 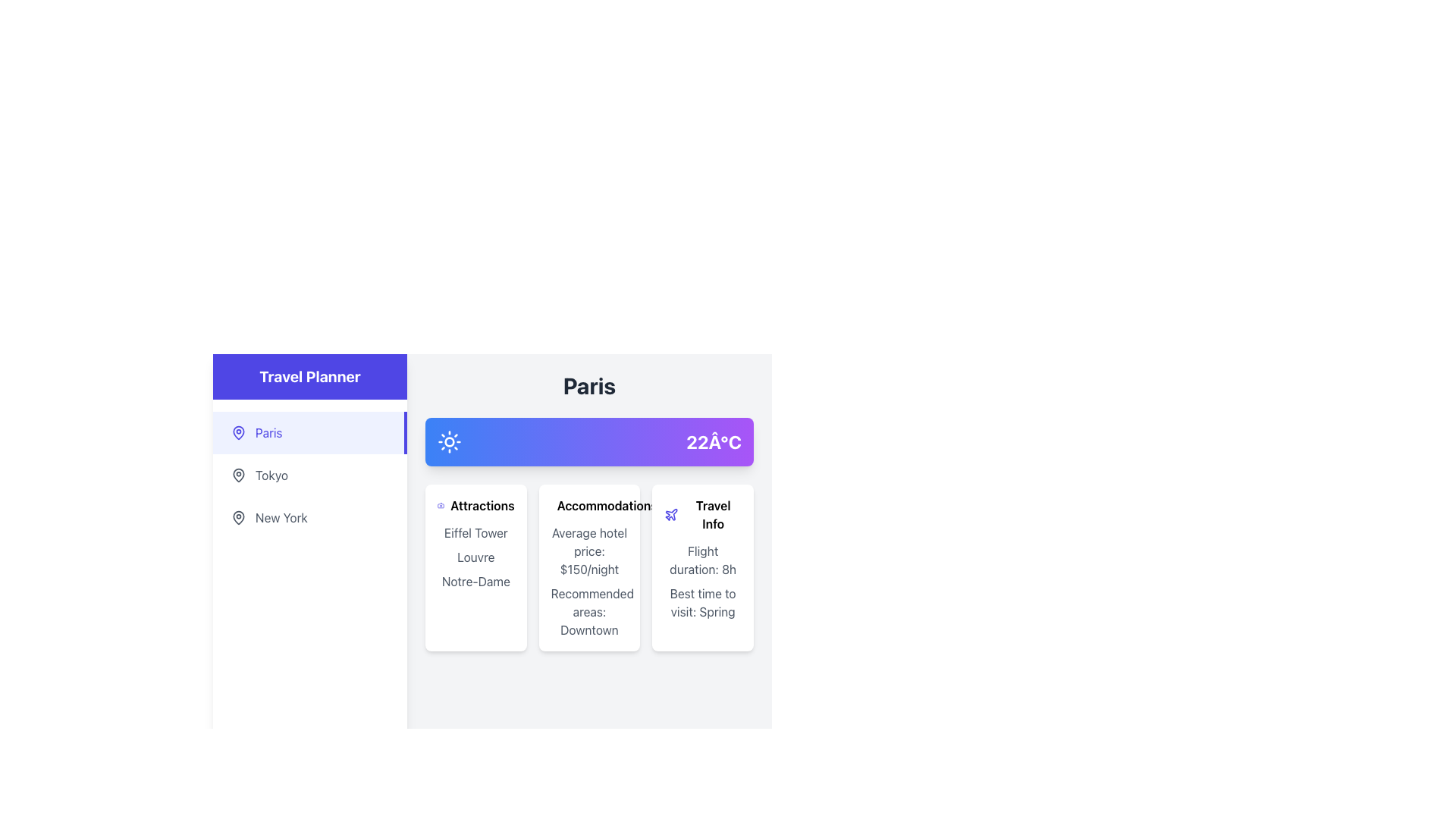 I want to click on the text content displaying 'Flight duration: 8h' and 'Best time to visit: Spring' located in the 'Travel Info' card, which is below the title 'Travel Info' and the plane icon, so click(x=702, y=581).